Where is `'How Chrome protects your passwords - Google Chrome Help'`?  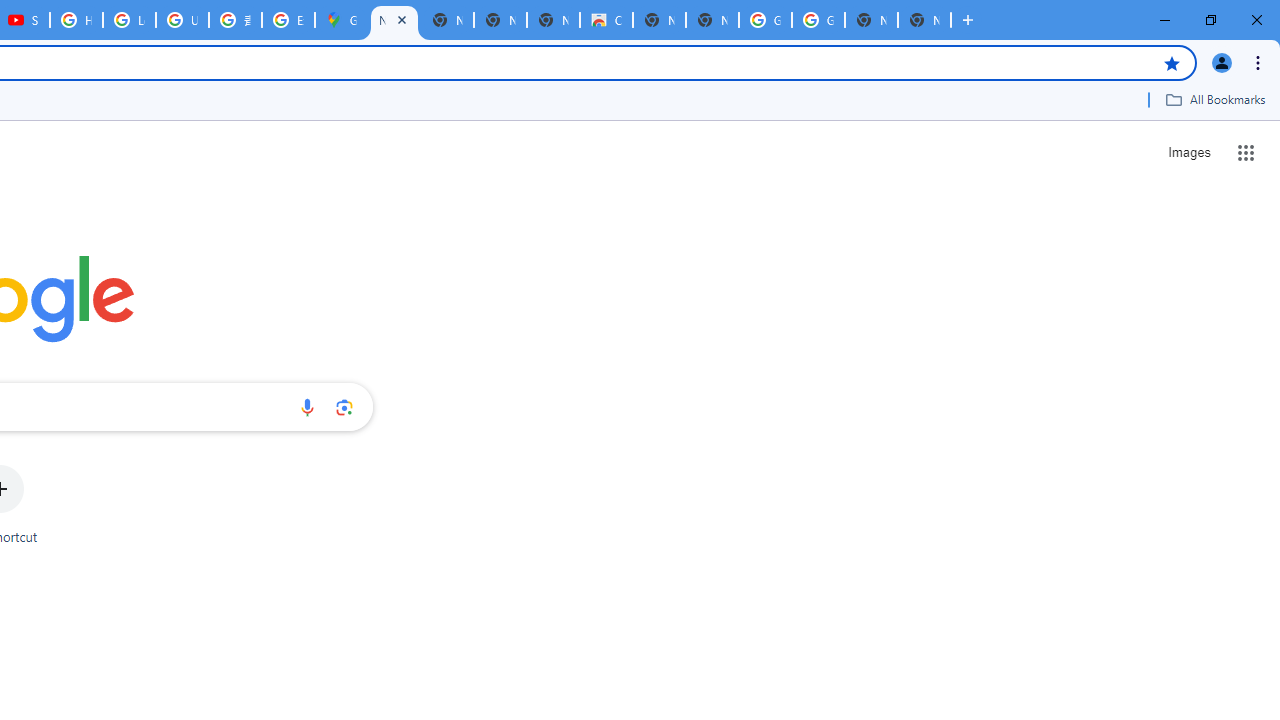
'How Chrome protects your passwords - Google Chrome Help' is located at coordinates (76, 20).